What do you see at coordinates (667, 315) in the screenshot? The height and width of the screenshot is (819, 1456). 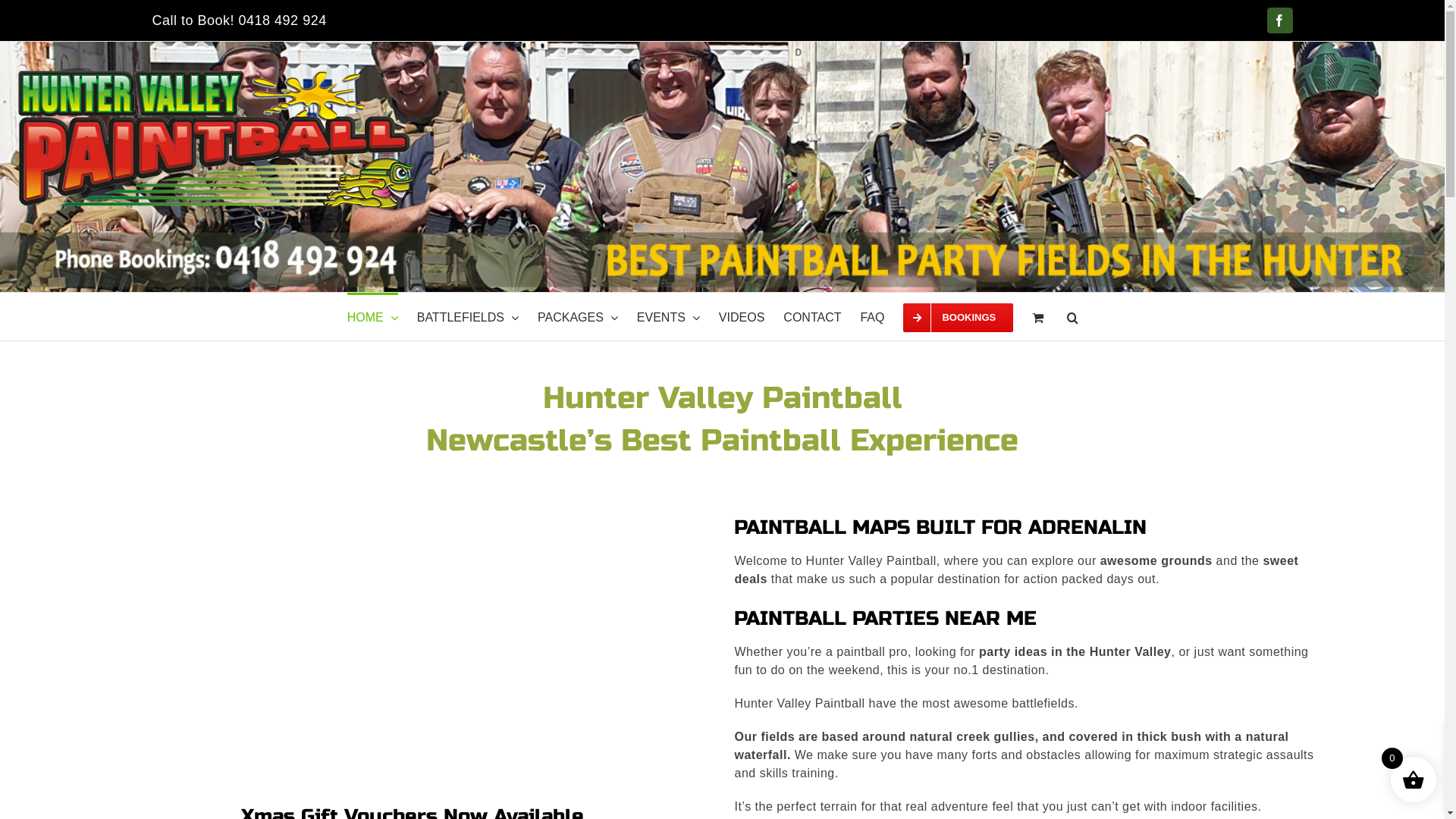 I see `'EVENTS'` at bounding box center [667, 315].